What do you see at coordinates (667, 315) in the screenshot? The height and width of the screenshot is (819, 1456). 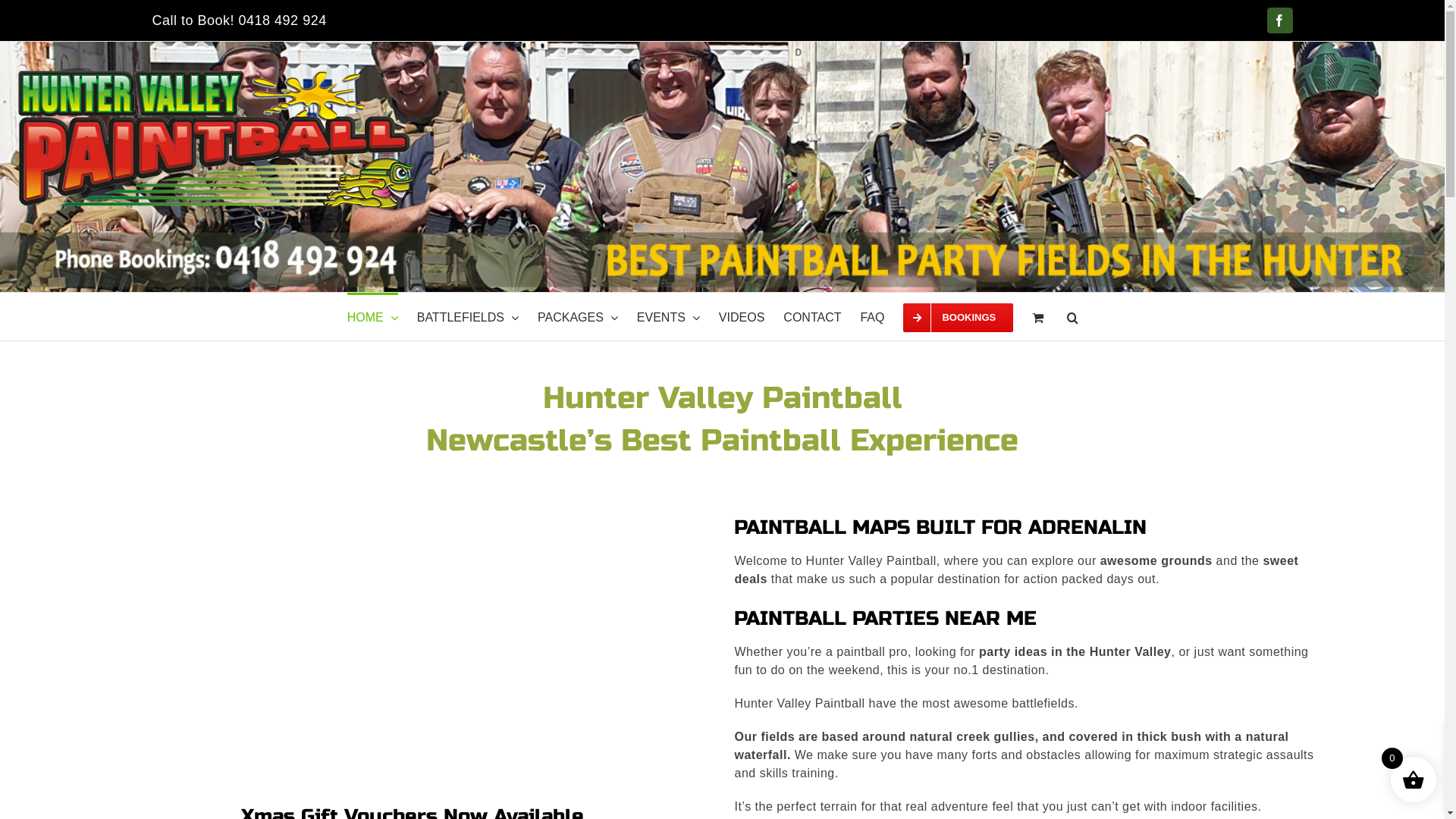 I see `'EVENTS'` at bounding box center [667, 315].